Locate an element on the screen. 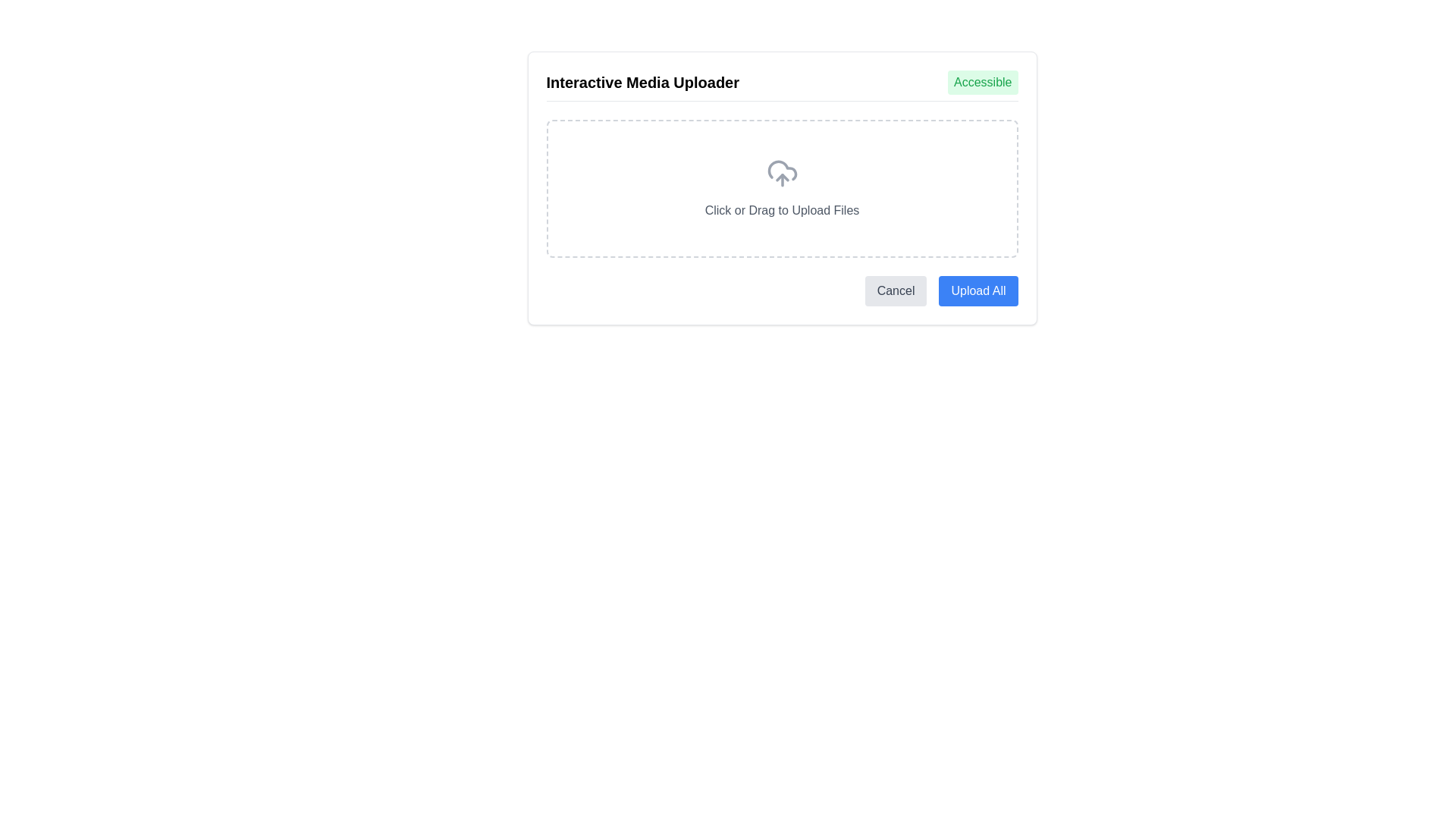 Image resolution: width=1456 pixels, height=819 pixels. the green static text label that contains the text 'Accessible', located at the top-right corner of the 'Interactive Media Uploader' section is located at coordinates (983, 82).